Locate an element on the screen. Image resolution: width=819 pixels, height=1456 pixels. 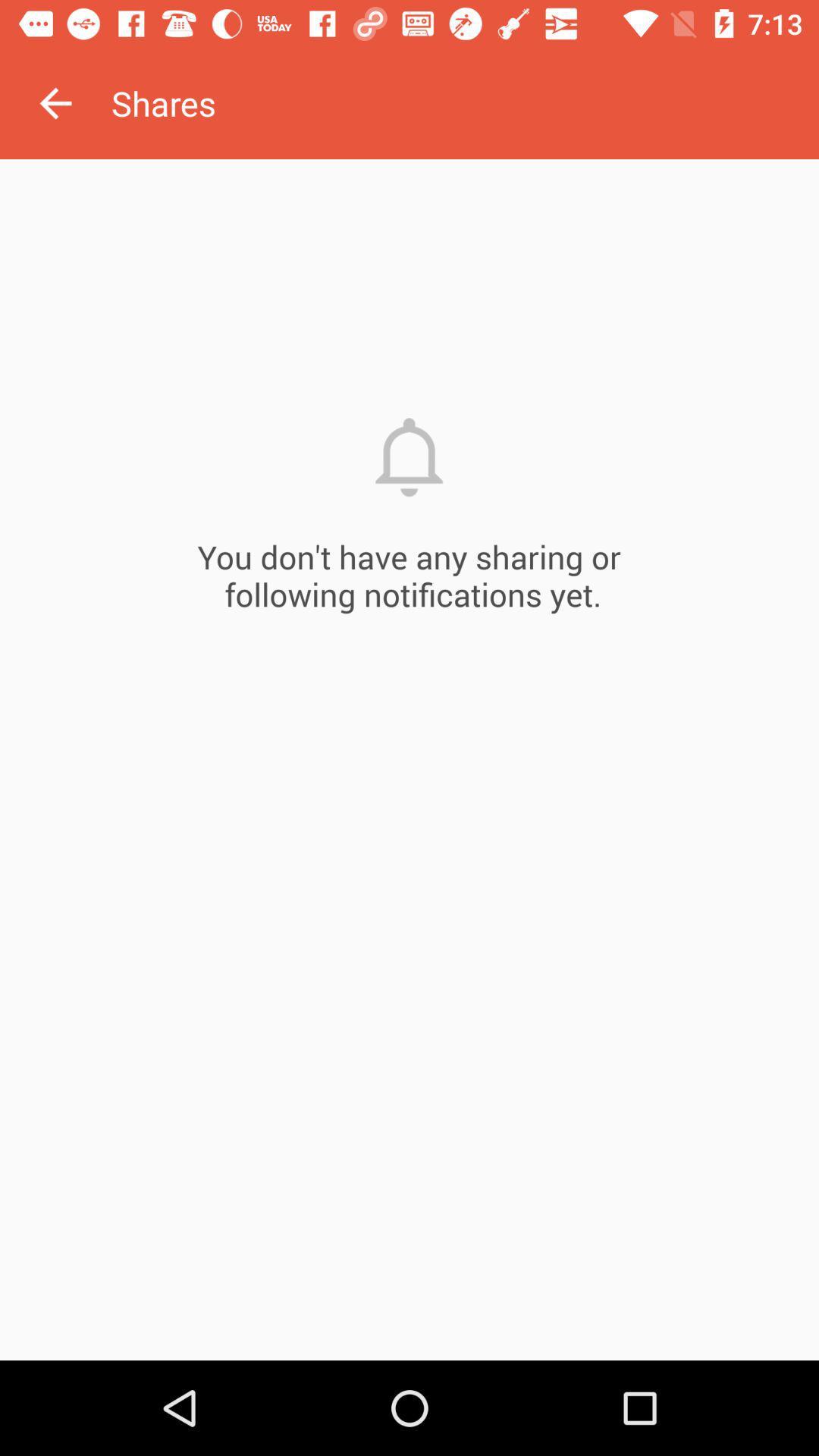
shares icon is located at coordinates (464, 102).